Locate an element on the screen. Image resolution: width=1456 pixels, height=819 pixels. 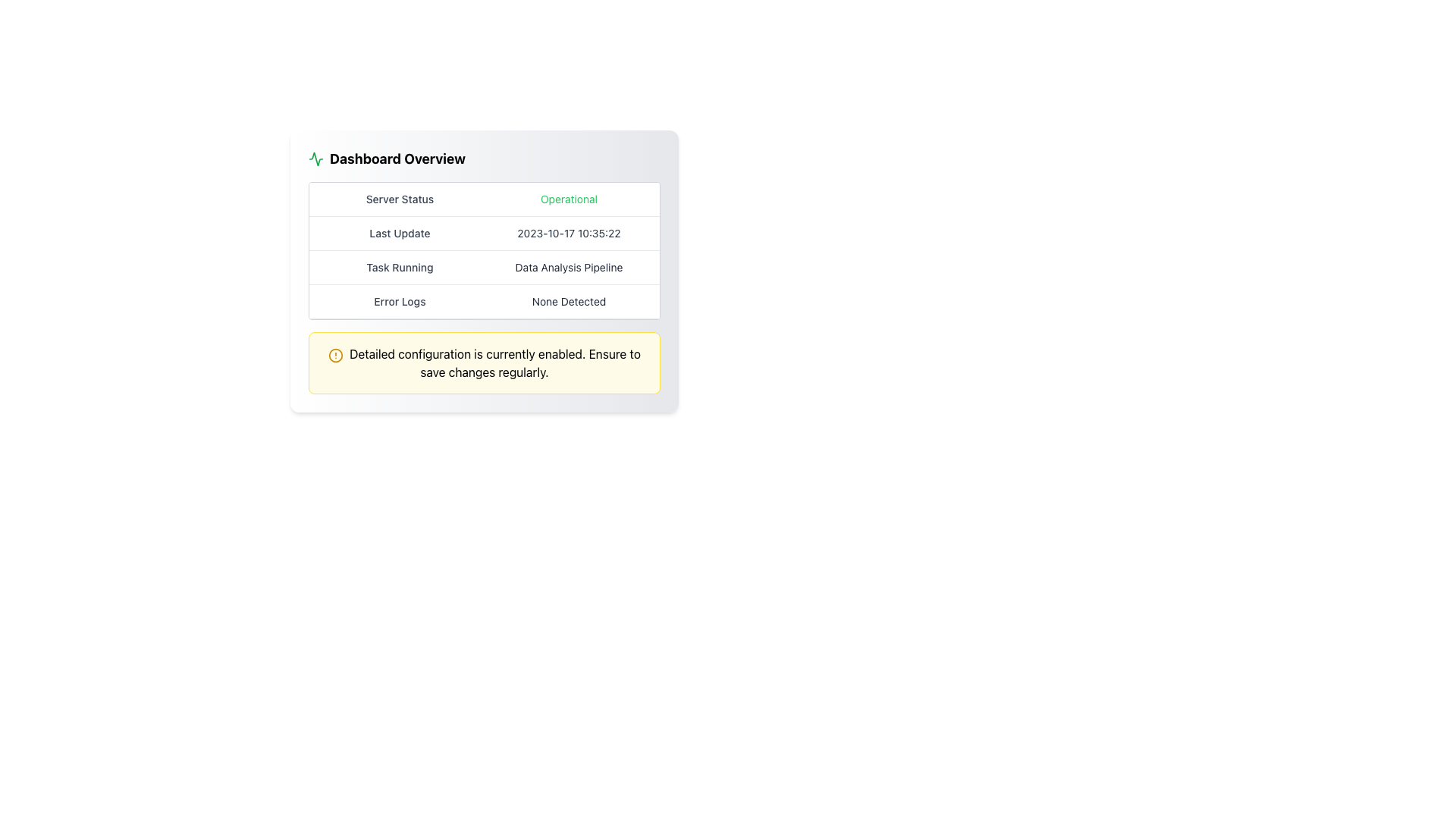
the text label displaying 'Operational' styled in a small green font, located in the second column of the first row of the 'Dashboard Overview' panel is located at coordinates (568, 198).